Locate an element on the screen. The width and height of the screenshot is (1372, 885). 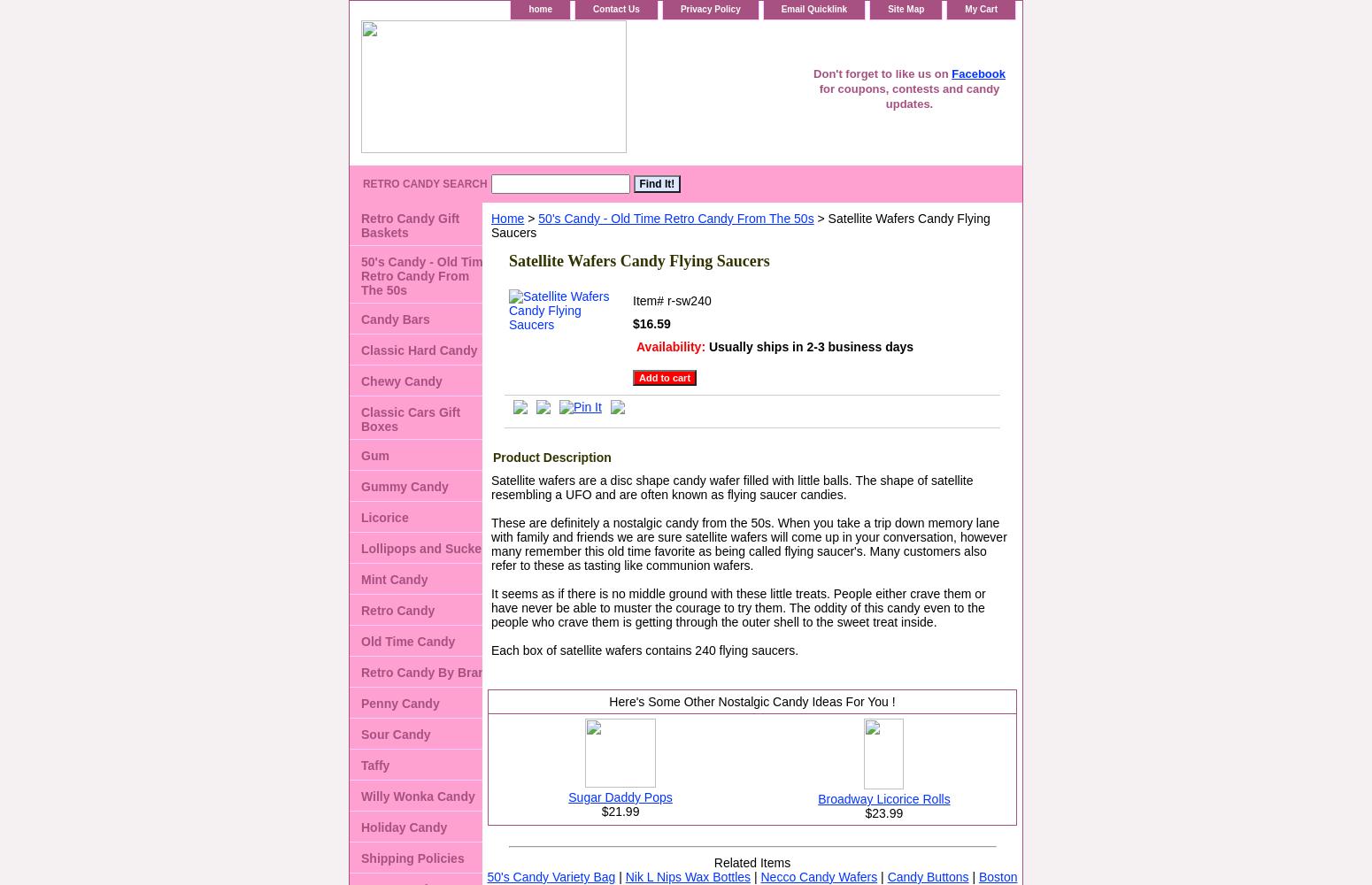
'Chewy  Candy' is located at coordinates (360, 381).